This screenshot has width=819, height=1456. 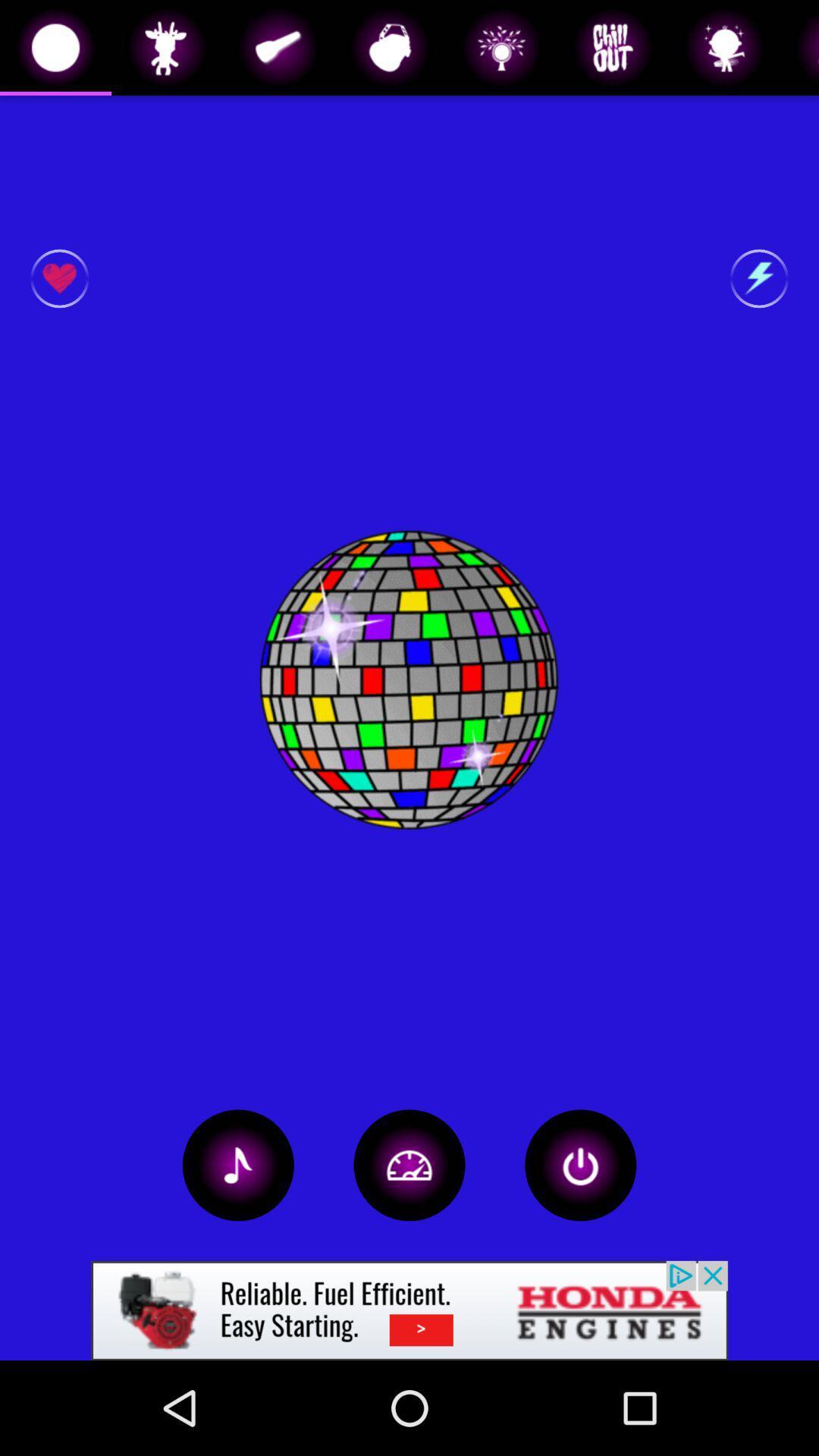 What do you see at coordinates (580, 1164) in the screenshot?
I see `power off` at bounding box center [580, 1164].